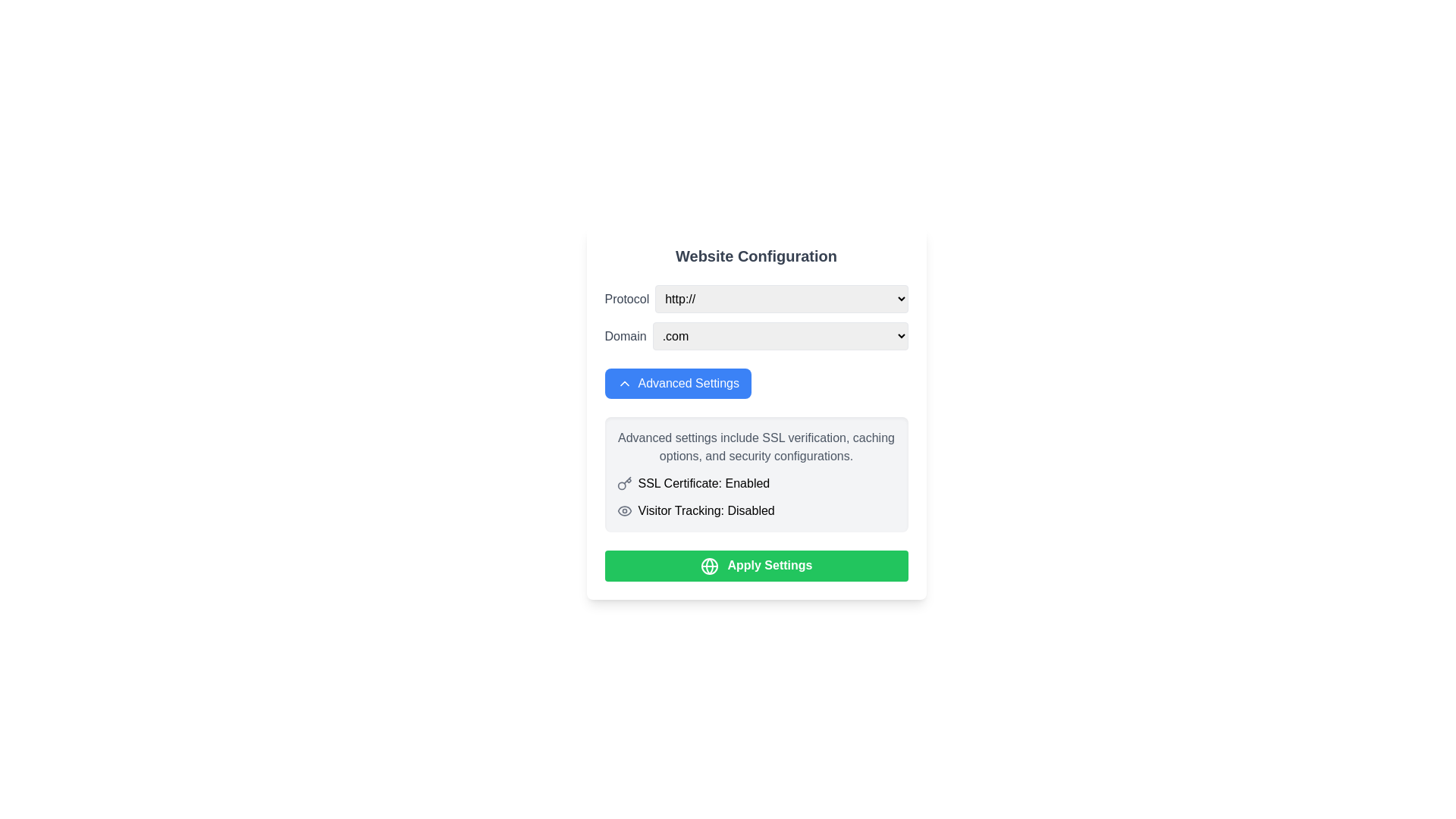  I want to click on the 'Advanced Settings' button, so click(624, 382).